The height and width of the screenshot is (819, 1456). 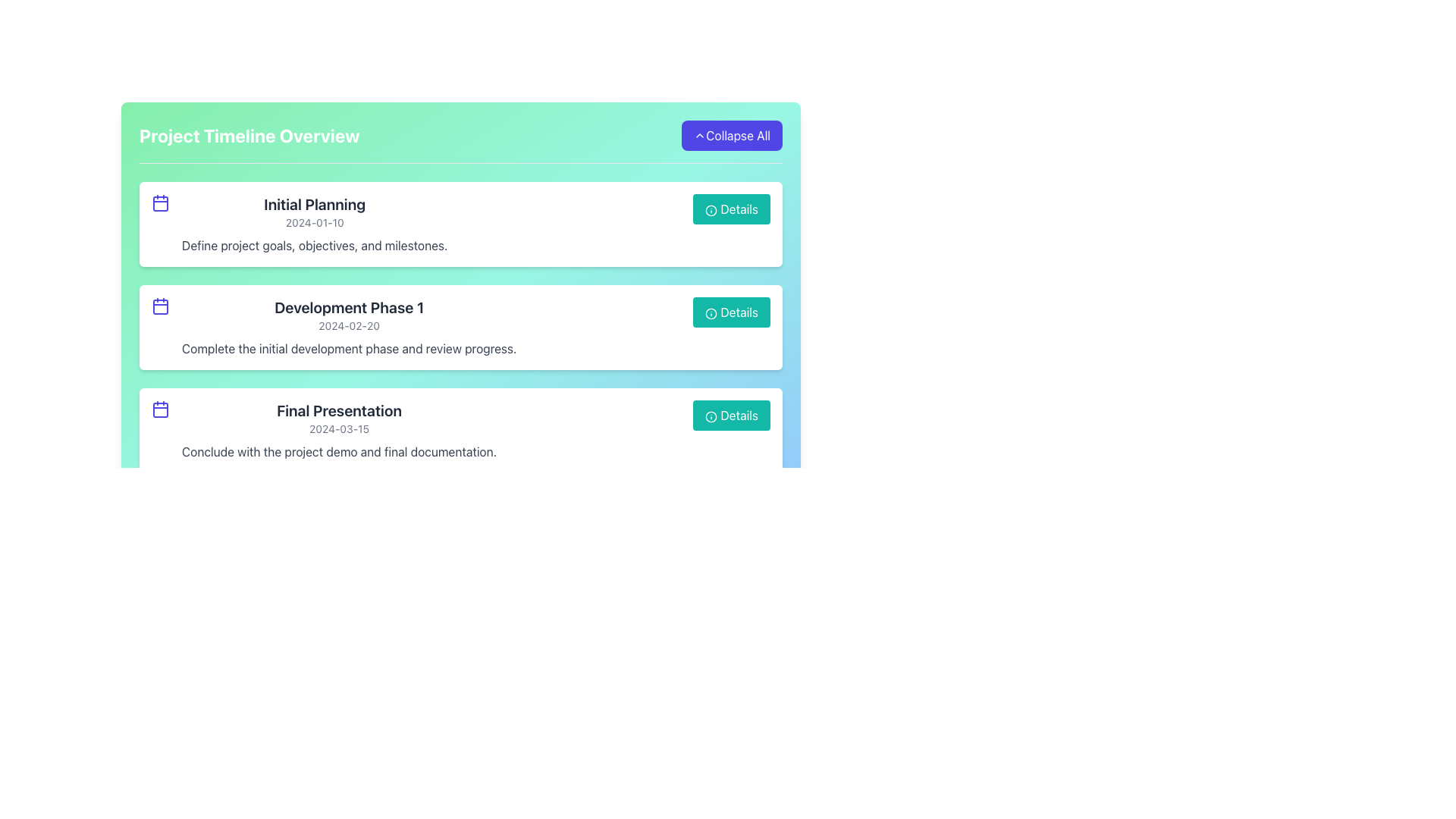 I want to click on the SVG rectangle element within the calendar icon associated with the 'Initial Planning' event, located at the top of the vertical sequence on the left side of the list items, so click(x=160, y=203).